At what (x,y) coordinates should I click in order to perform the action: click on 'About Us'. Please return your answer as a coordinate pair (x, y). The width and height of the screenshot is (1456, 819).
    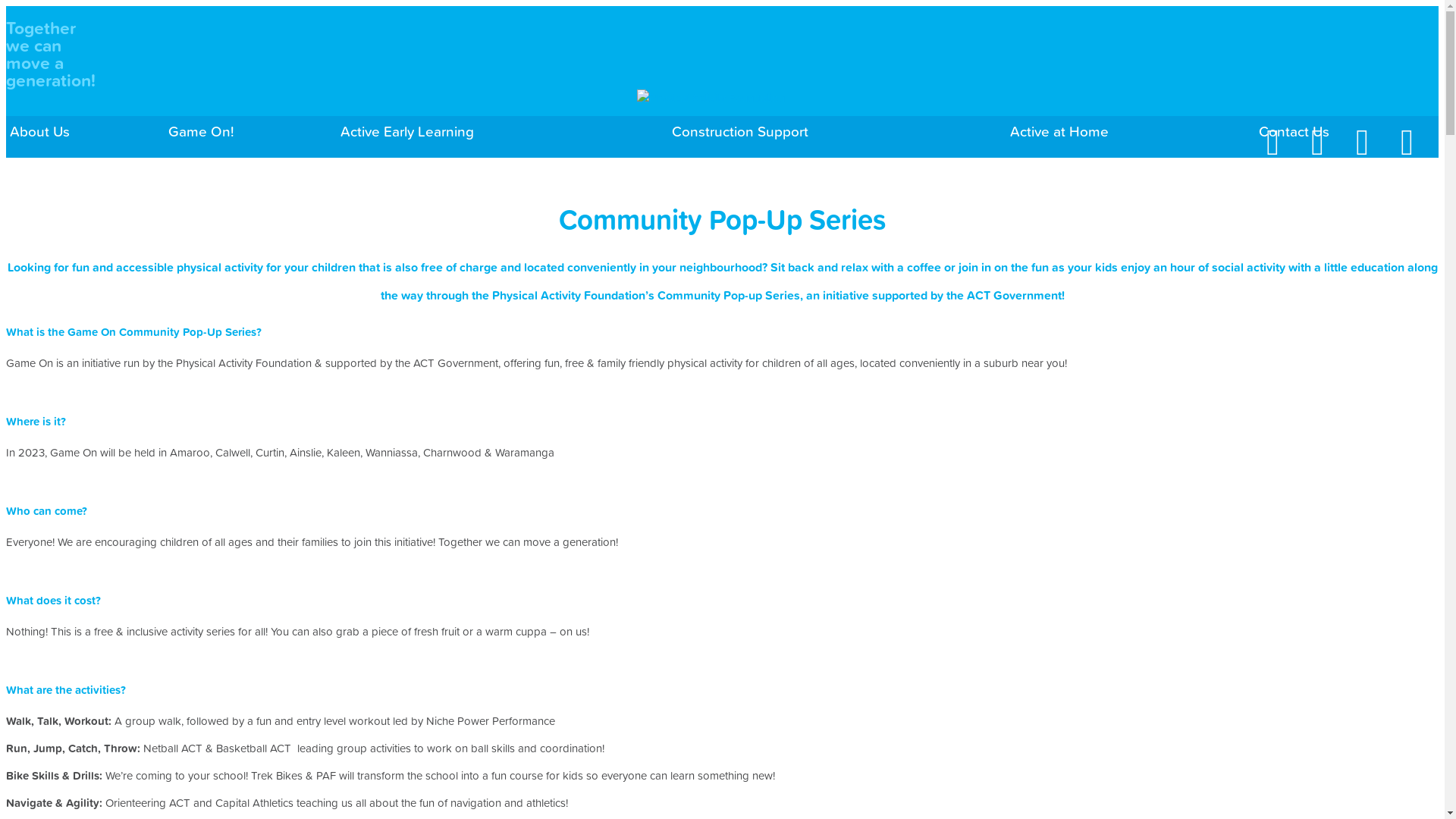
    Looking at the image, I should click on (6, 130).